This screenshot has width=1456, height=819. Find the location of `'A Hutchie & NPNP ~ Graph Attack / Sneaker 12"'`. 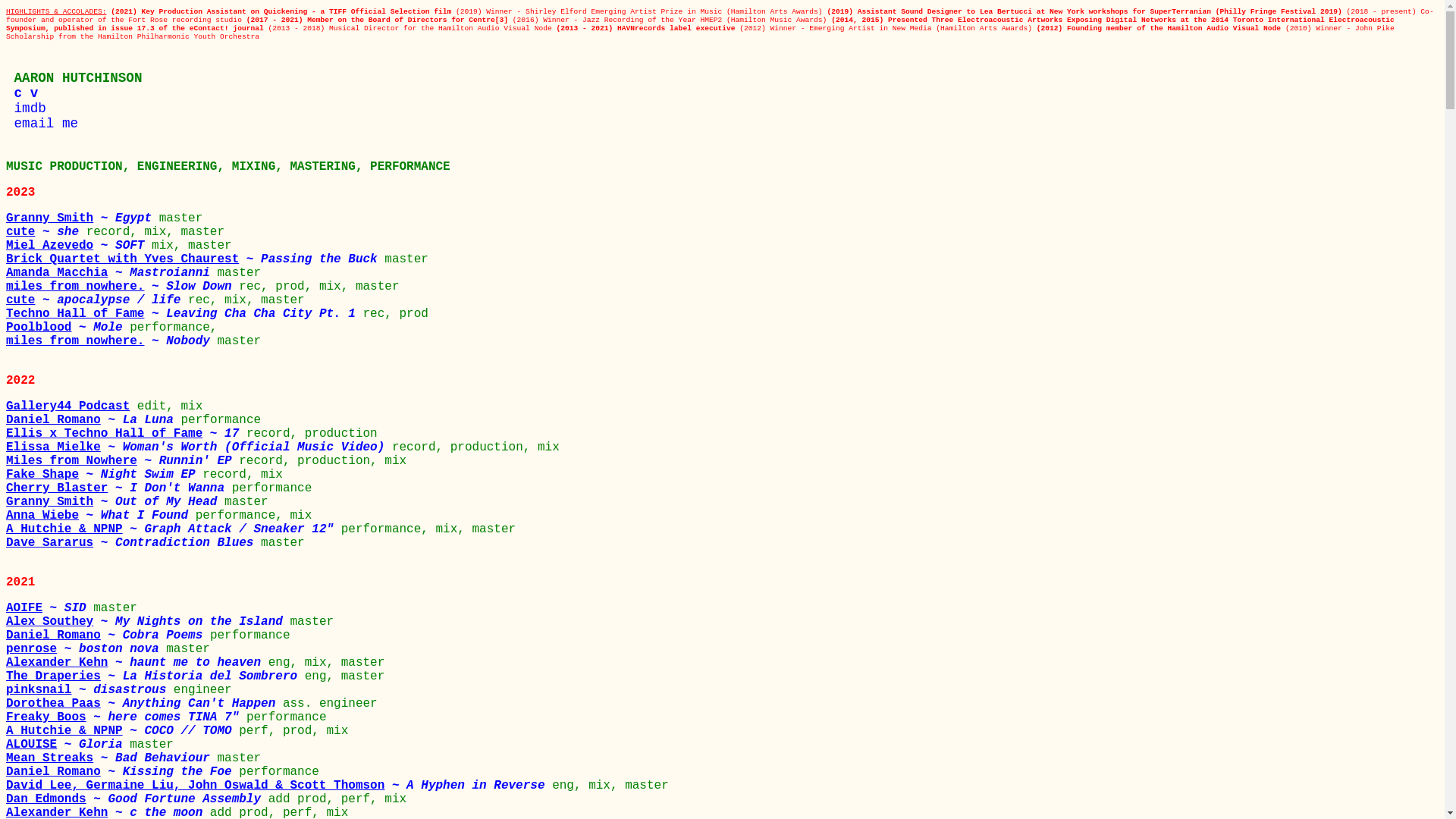

'A Hutchie & NPNP ~ Graph Attack / Sneaker 12"' is located at coordinates (6, 529).